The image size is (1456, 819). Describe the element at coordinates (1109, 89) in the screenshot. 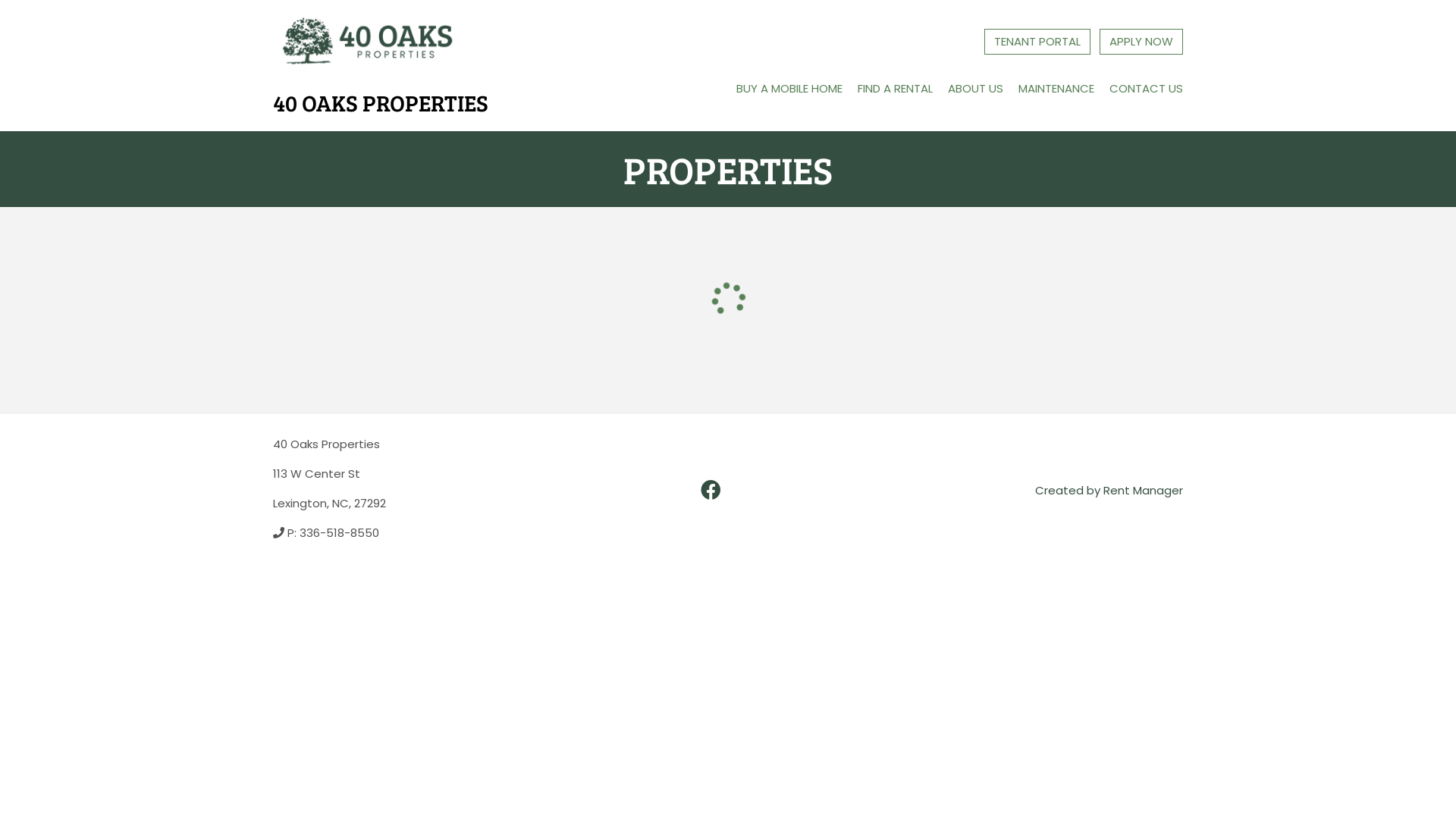

I see `'CONTACT US'` at that location.